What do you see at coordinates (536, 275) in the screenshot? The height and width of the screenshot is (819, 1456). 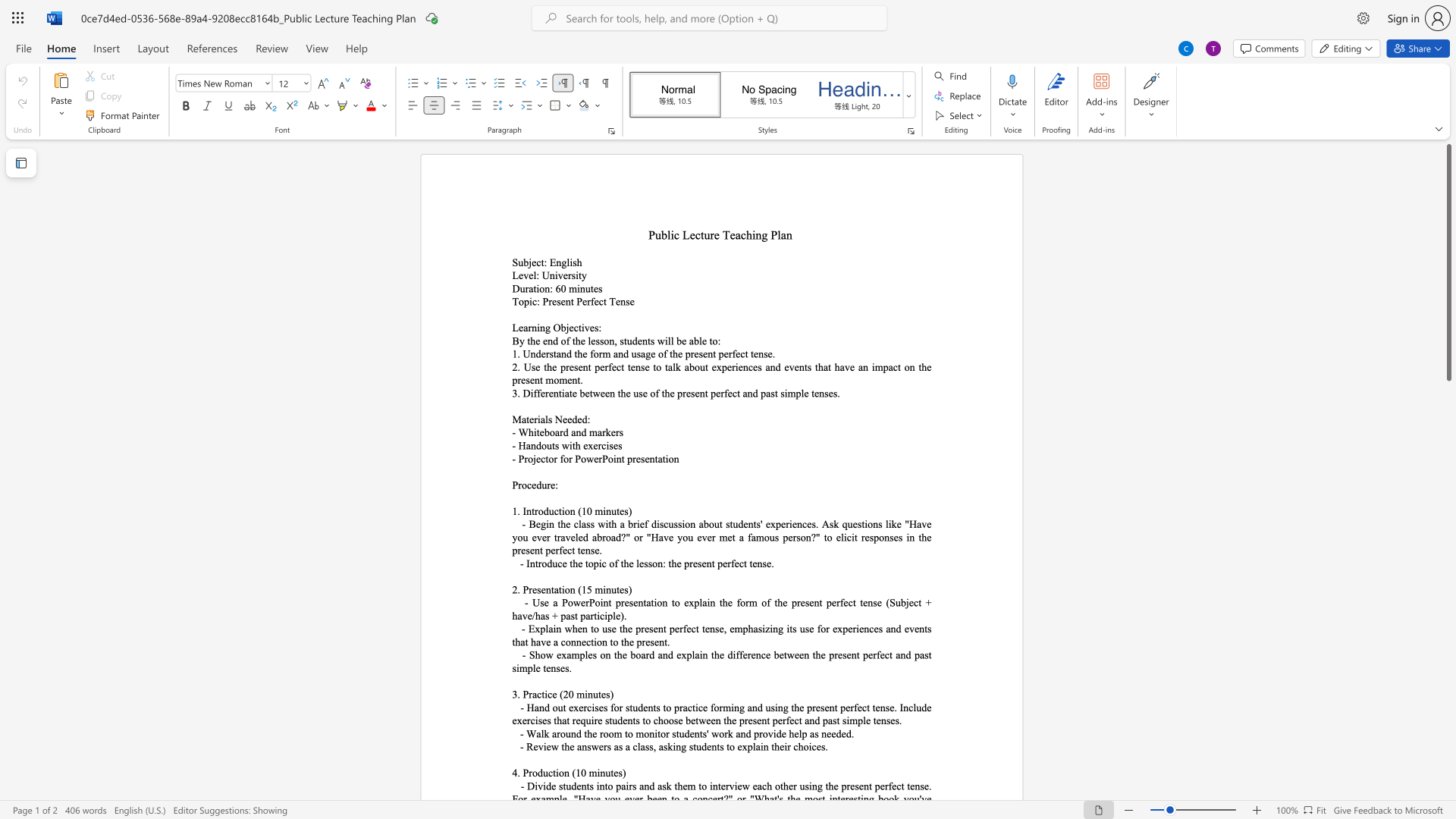 I see `the space between the continuous character "l" and ":" in the text` at bounding box center [536, 275].